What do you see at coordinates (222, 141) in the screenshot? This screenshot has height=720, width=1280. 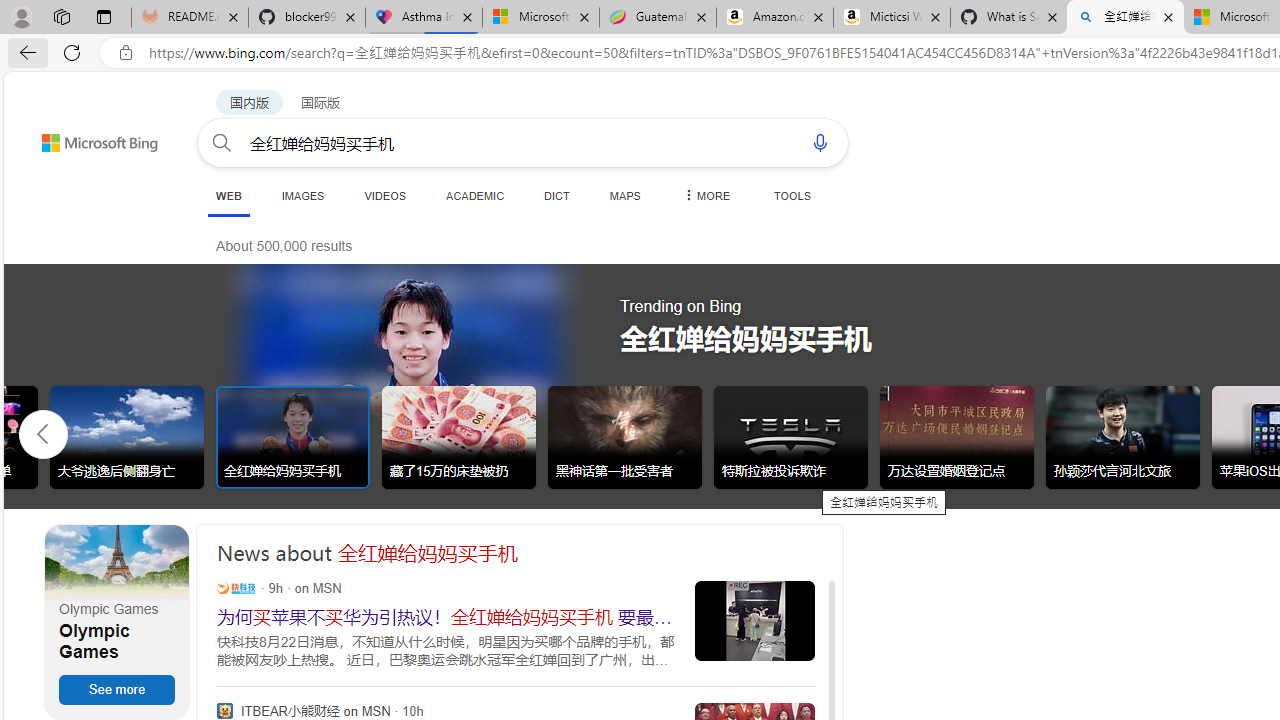 I see `'Search button'` at bounding box center [222, 141].